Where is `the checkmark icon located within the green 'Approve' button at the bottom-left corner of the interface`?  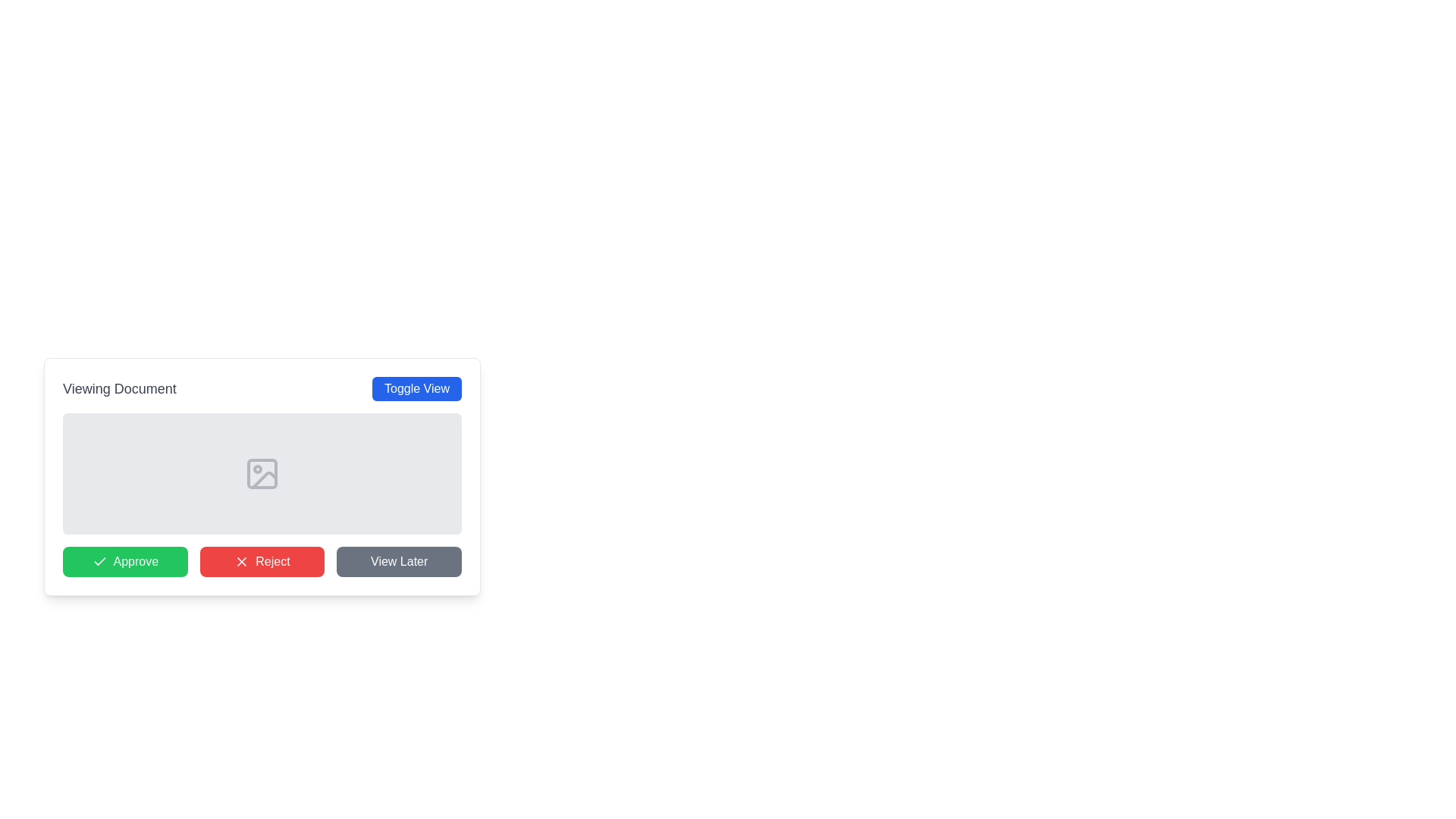
the checkmark icon located within the green 'Approve' button at the bottom-left corner of the interface is located at coordinates (99, 561).